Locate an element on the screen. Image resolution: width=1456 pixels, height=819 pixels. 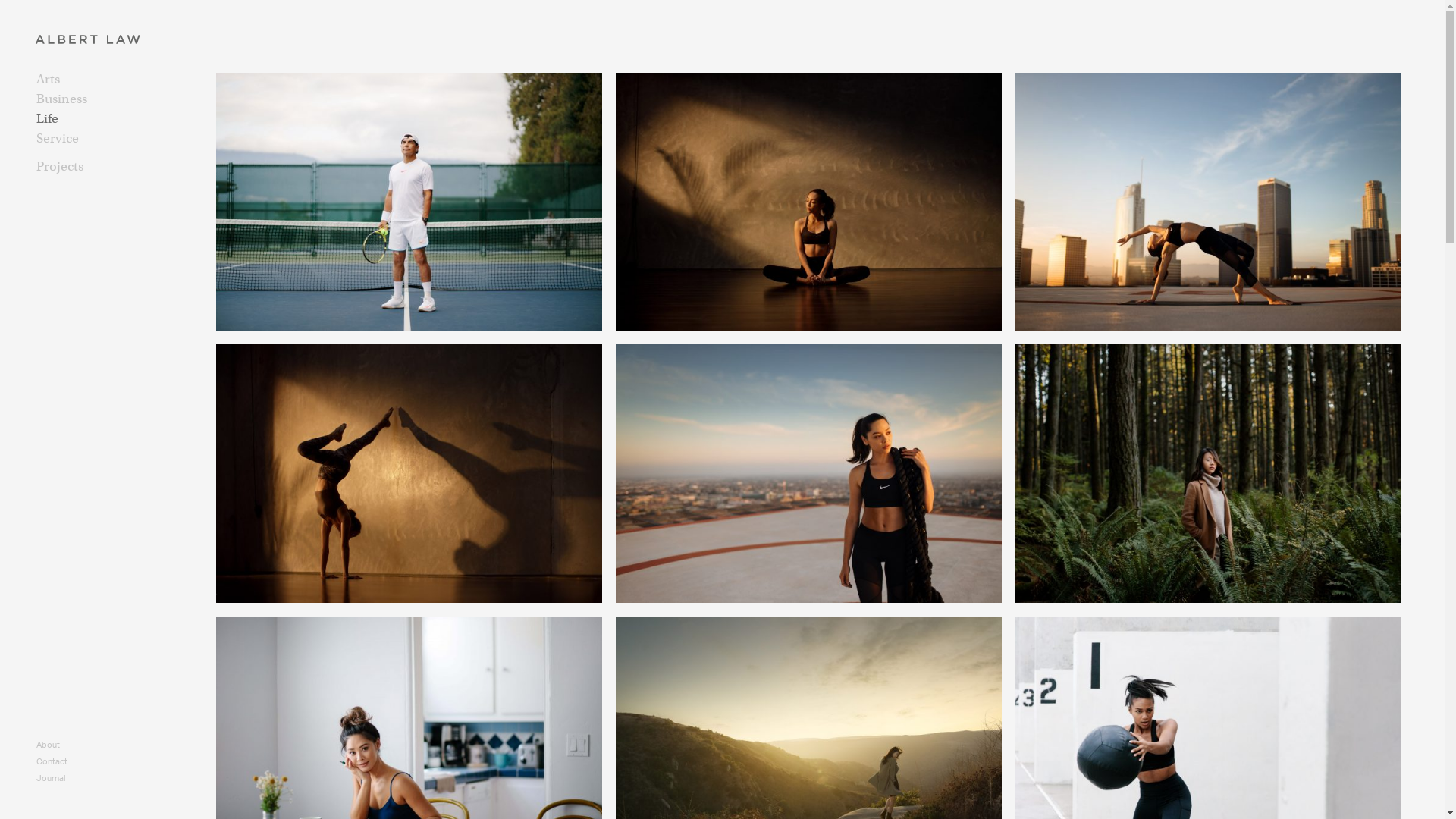
'Journal' is located at coordinates (51, 778).